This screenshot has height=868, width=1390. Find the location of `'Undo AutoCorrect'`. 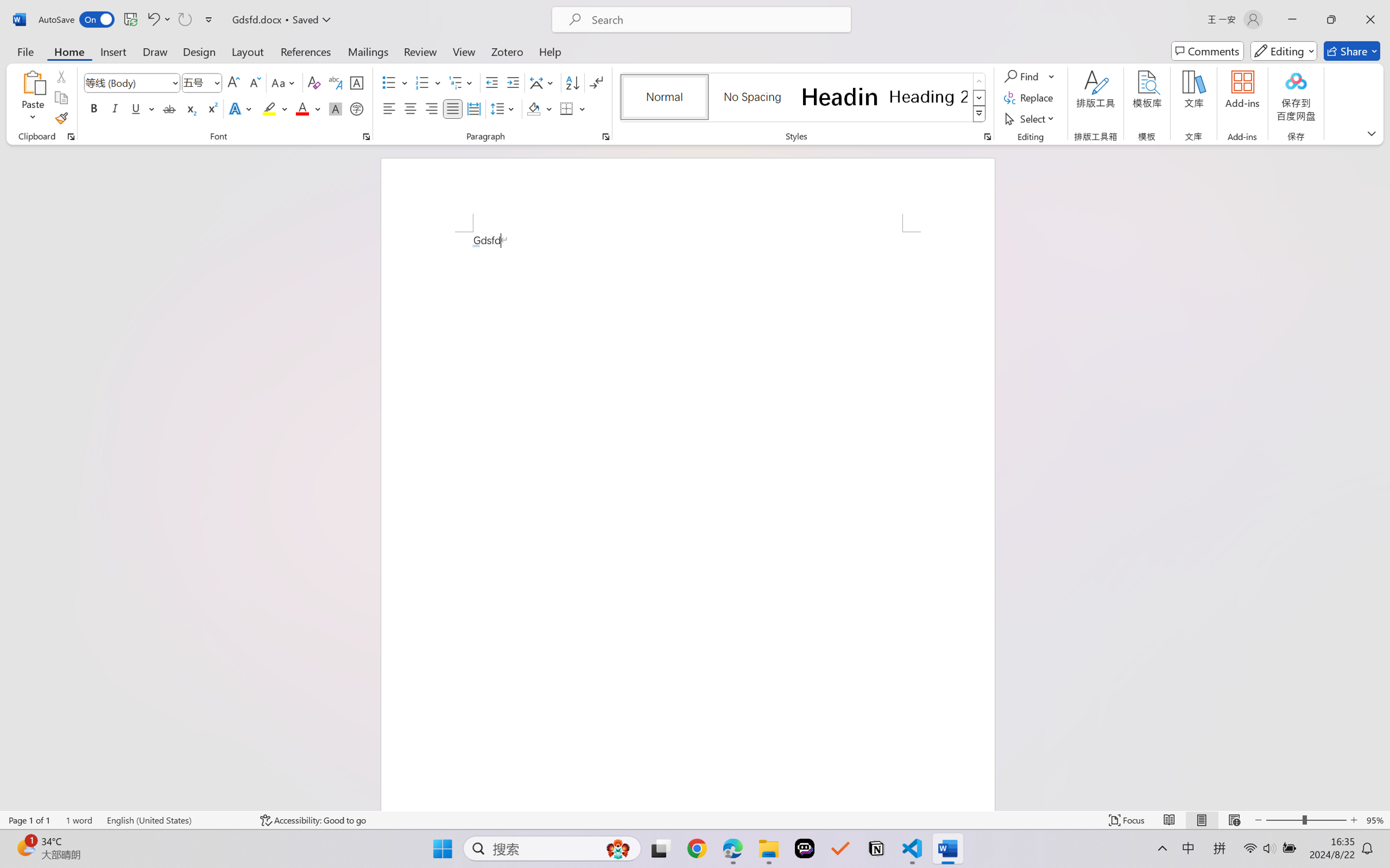

'Undo AutoCorrect' is located at coordinates (157, 19).